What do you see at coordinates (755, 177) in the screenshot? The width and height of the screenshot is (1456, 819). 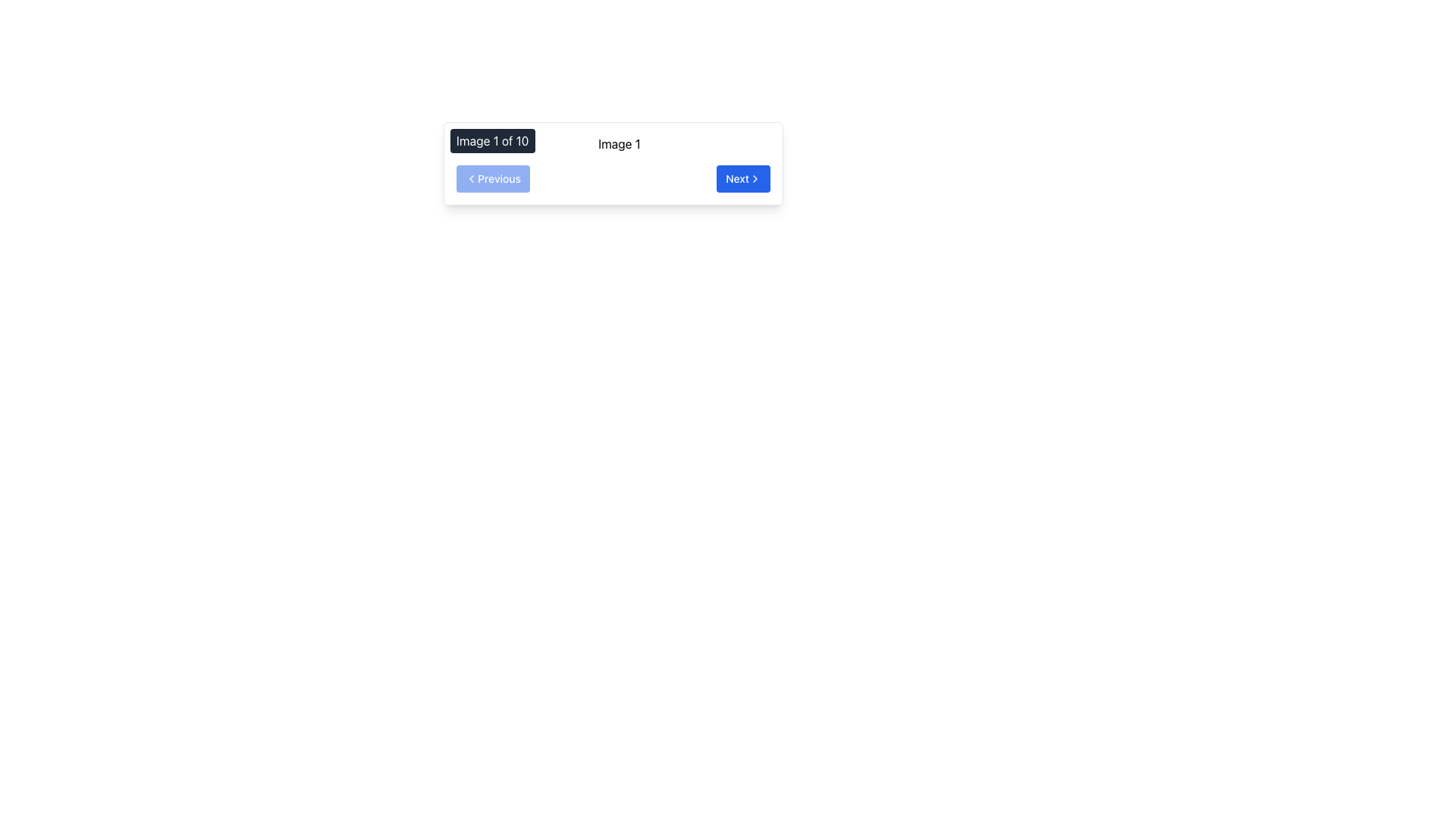 I see `the right-pointing arrow icon within the blue 'Next' button on the navigation bar` at bounding box center [755, 177].